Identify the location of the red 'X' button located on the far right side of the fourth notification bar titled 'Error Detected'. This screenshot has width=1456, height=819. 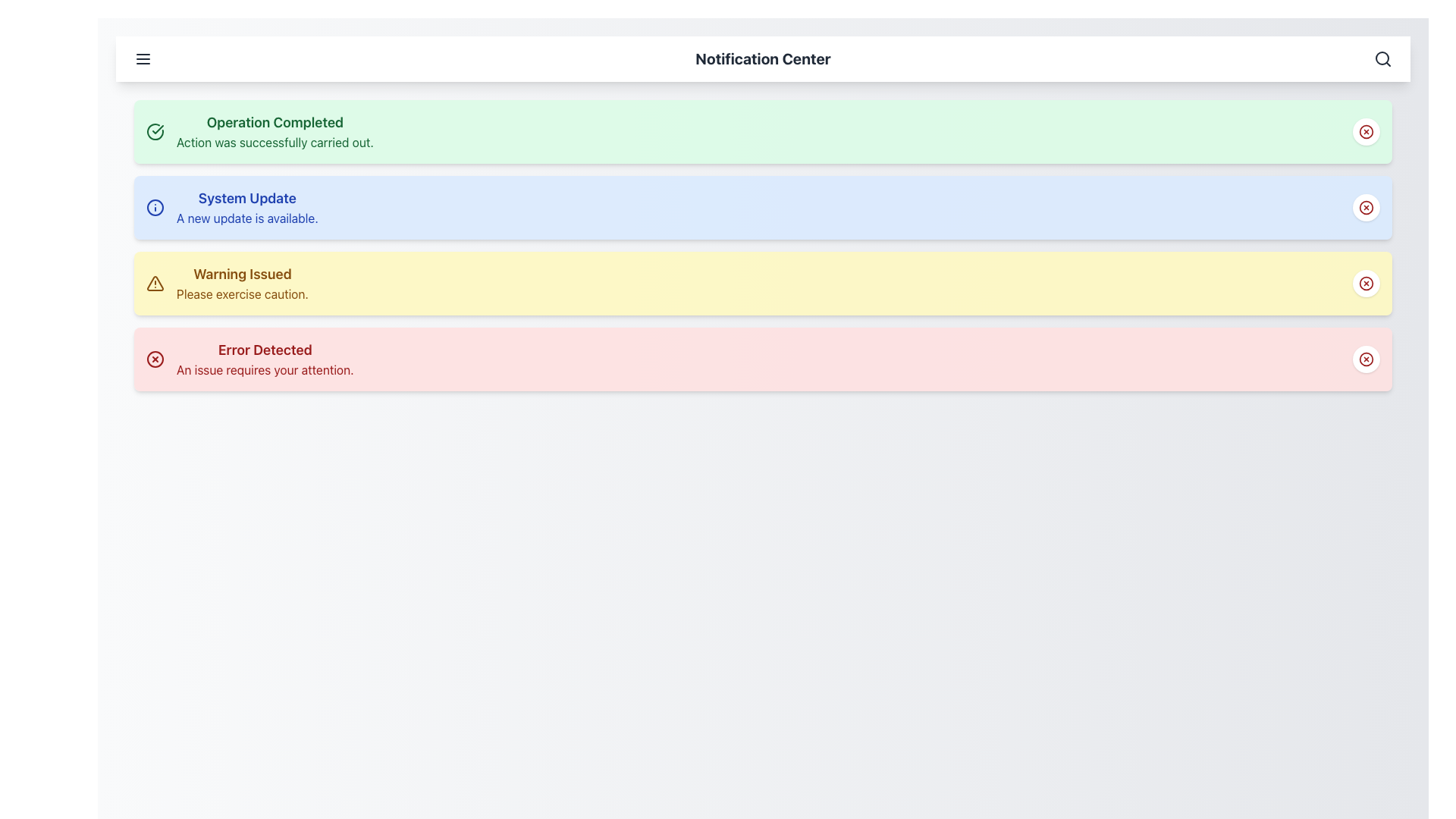
(1366, 359).